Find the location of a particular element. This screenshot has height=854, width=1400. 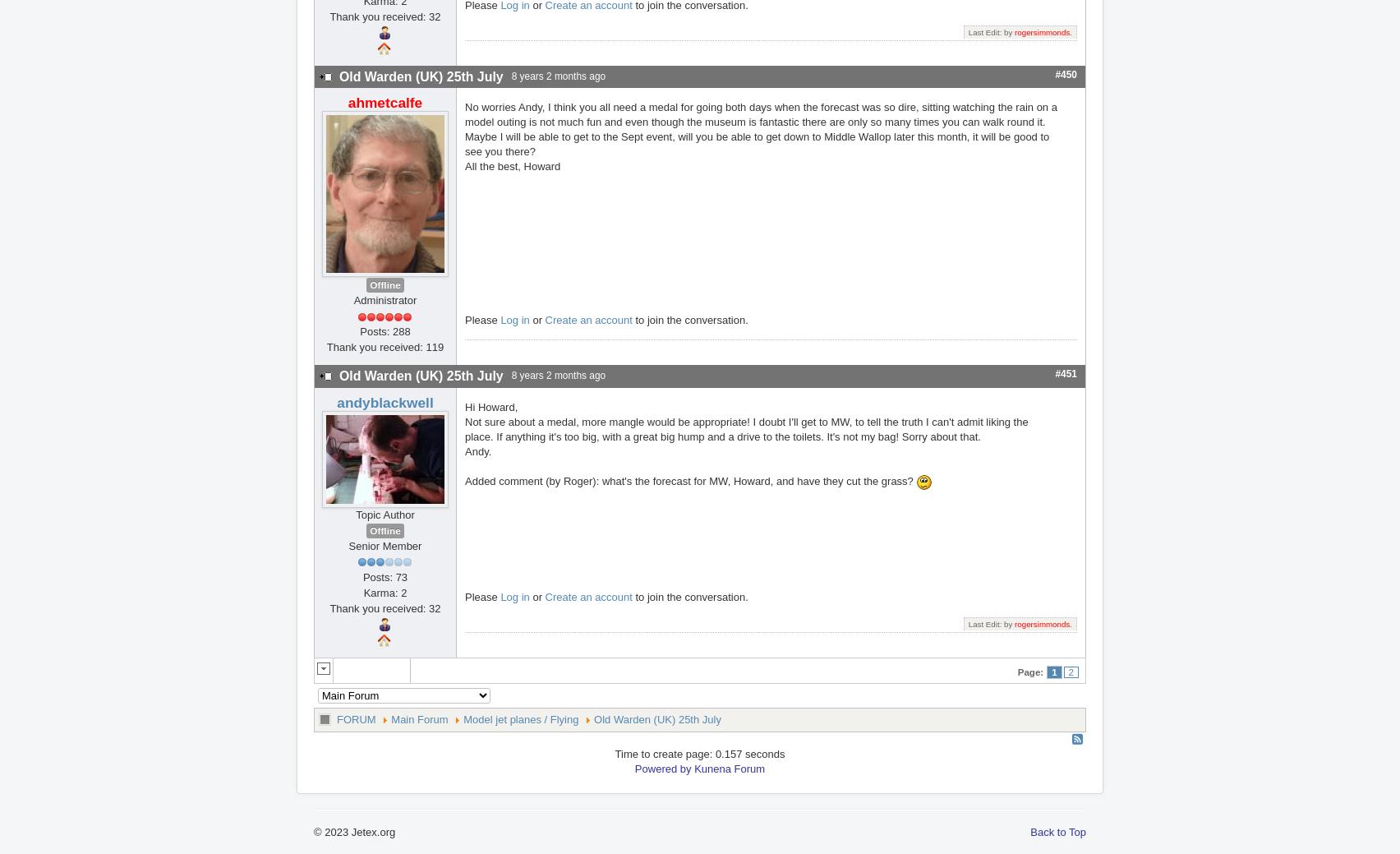

'Not sure about a medal, more mangle would be appropriate! I doubt I'll get to MW, to tell the truth I can't admit liking the place. If anything it's too big, with a great big hump and a drive to the toilets. It's not my bag! Sorry about that.' is located at coordinates (465, 428).